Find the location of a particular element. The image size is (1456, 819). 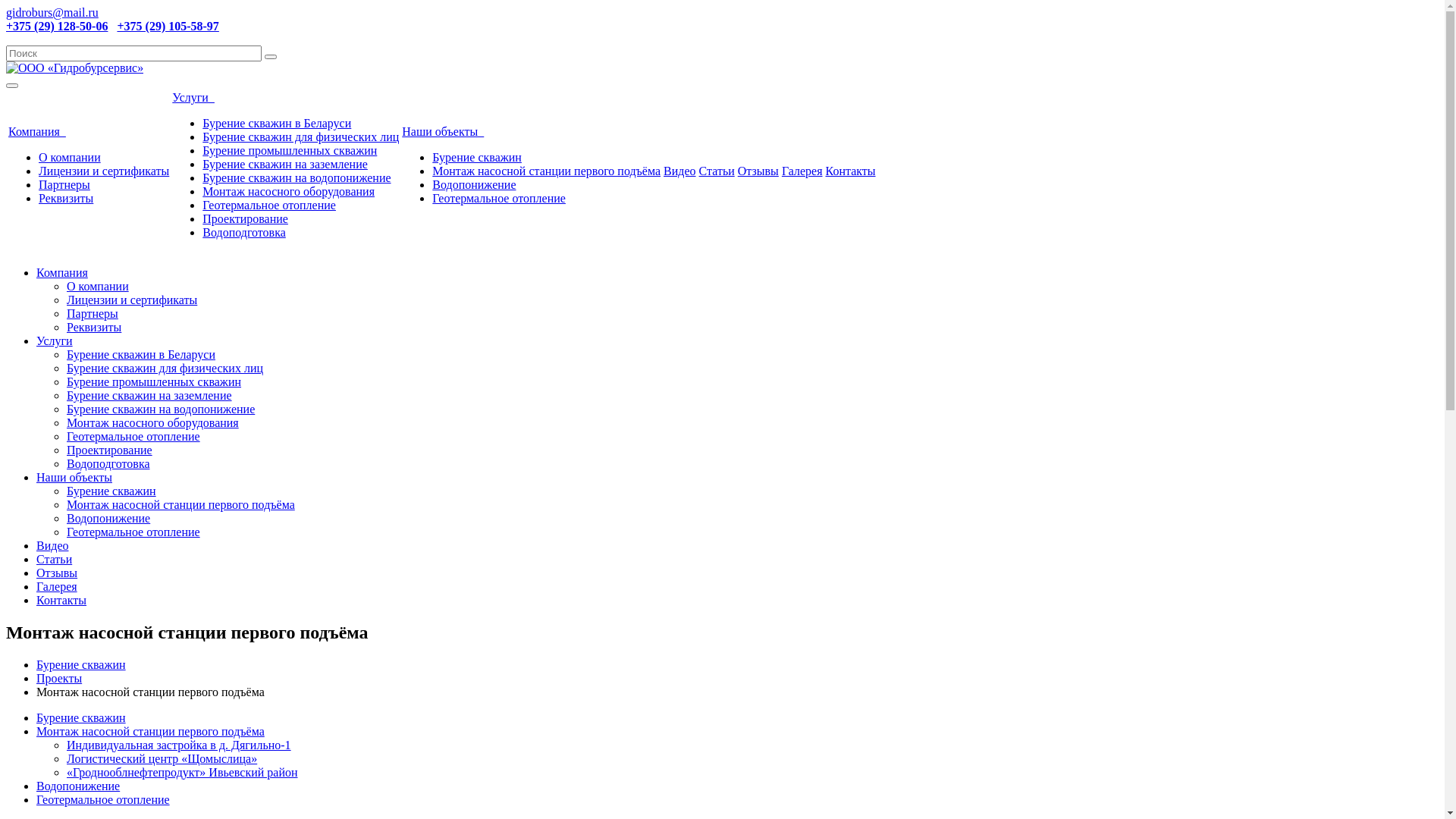

'+375 (29) 128-50-06' is located at coordinates (57, 26).